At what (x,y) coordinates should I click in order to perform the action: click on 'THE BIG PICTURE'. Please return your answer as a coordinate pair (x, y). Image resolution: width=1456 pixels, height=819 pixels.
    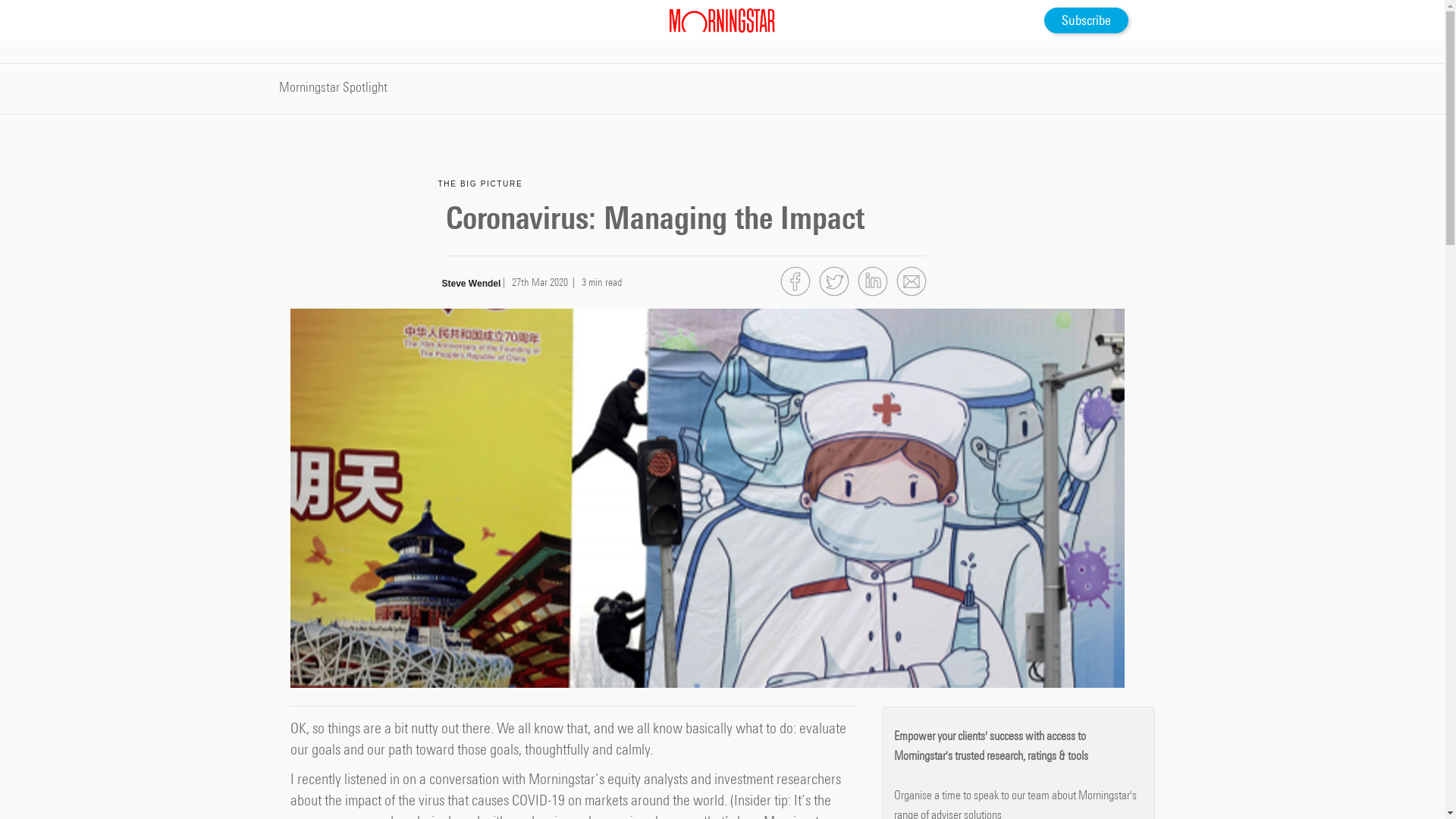
    Looking at the image, I should click on (437, 183).